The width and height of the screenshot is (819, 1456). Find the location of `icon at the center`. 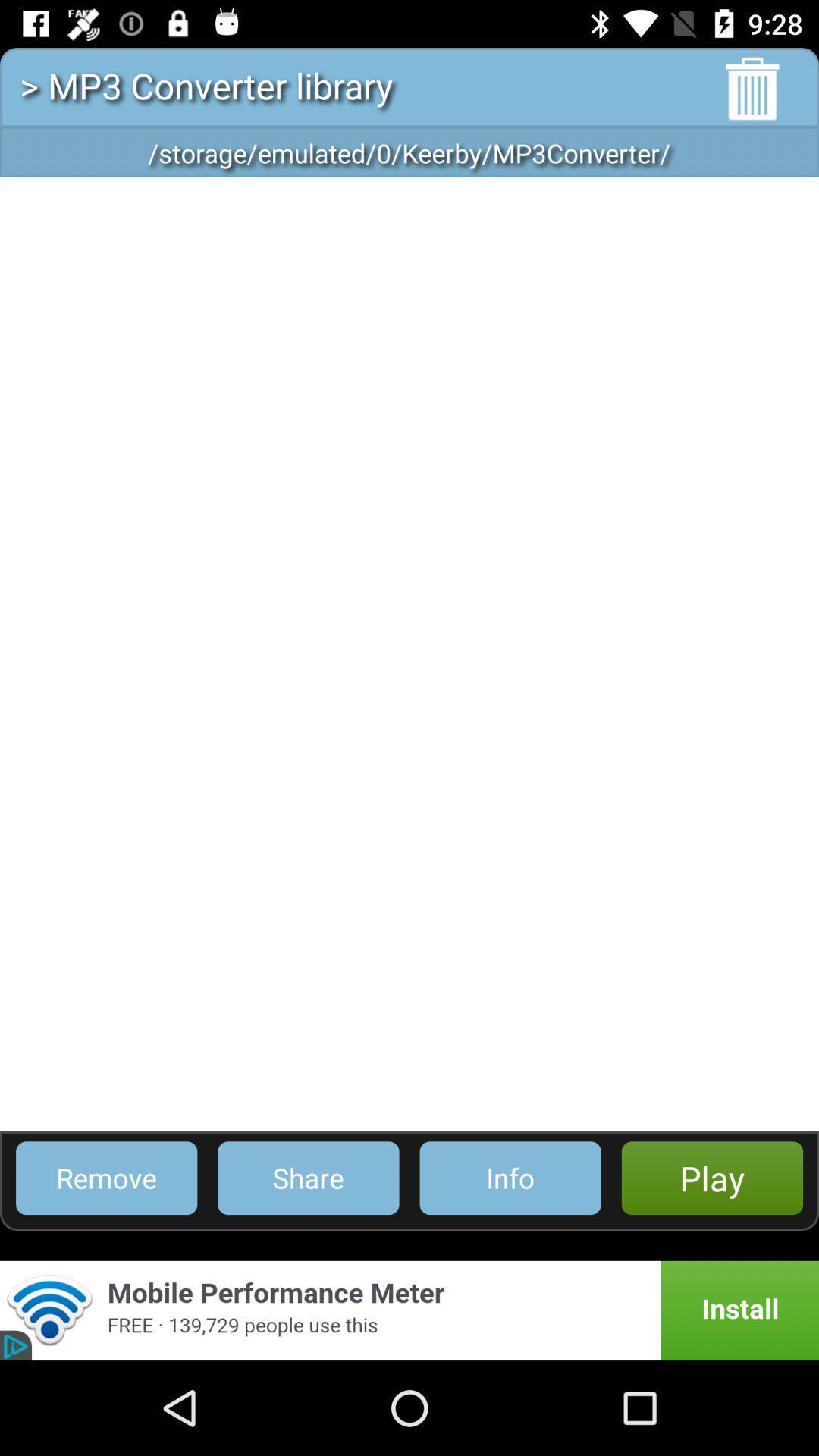

icon at the center is located at coordinates (409, 654).